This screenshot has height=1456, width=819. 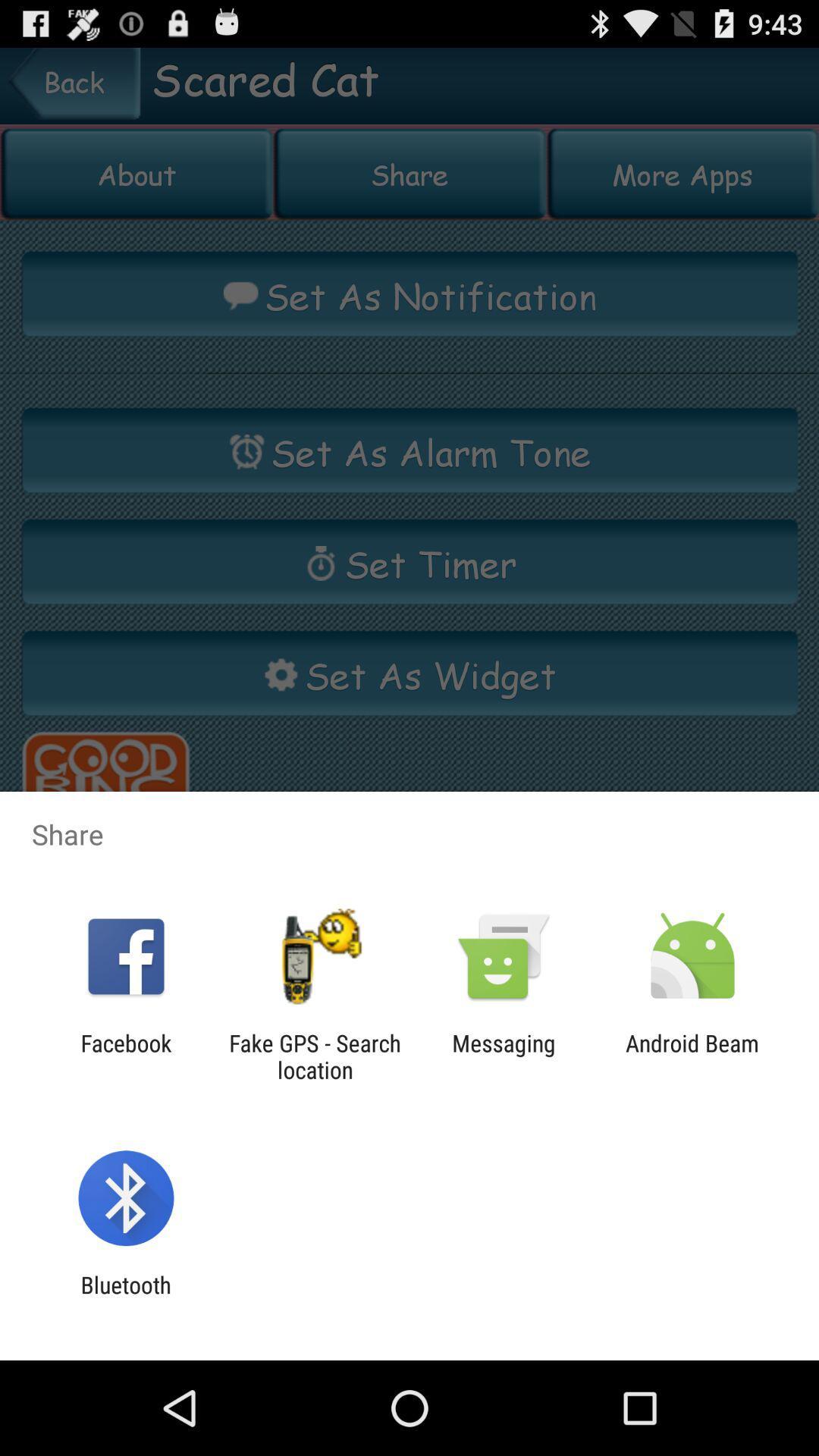 I want to click on the app next to messaging app, so click(x=314, y=1056).